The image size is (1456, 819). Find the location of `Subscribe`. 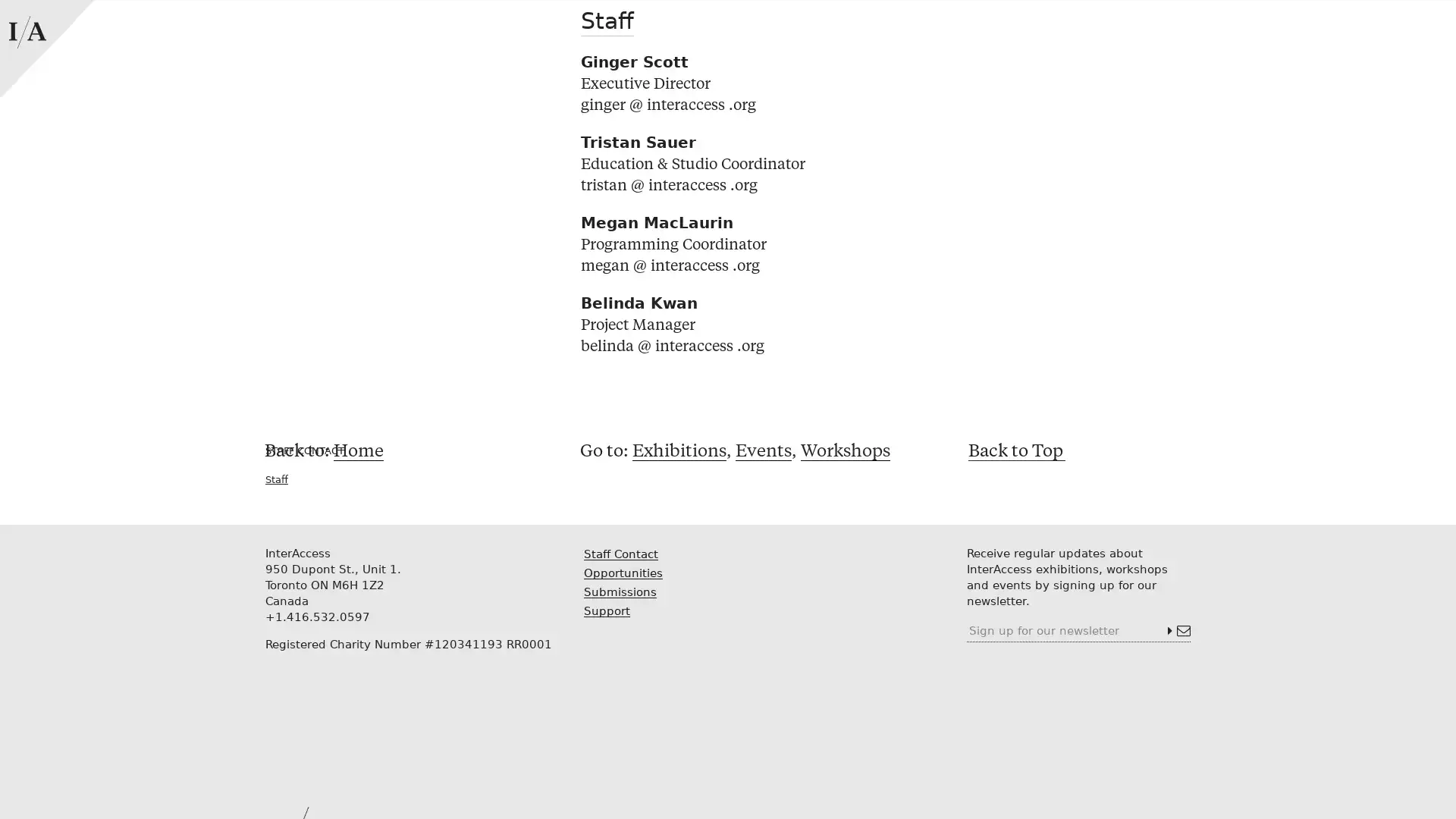

Subscribe is located at coordinates (1178, 631).